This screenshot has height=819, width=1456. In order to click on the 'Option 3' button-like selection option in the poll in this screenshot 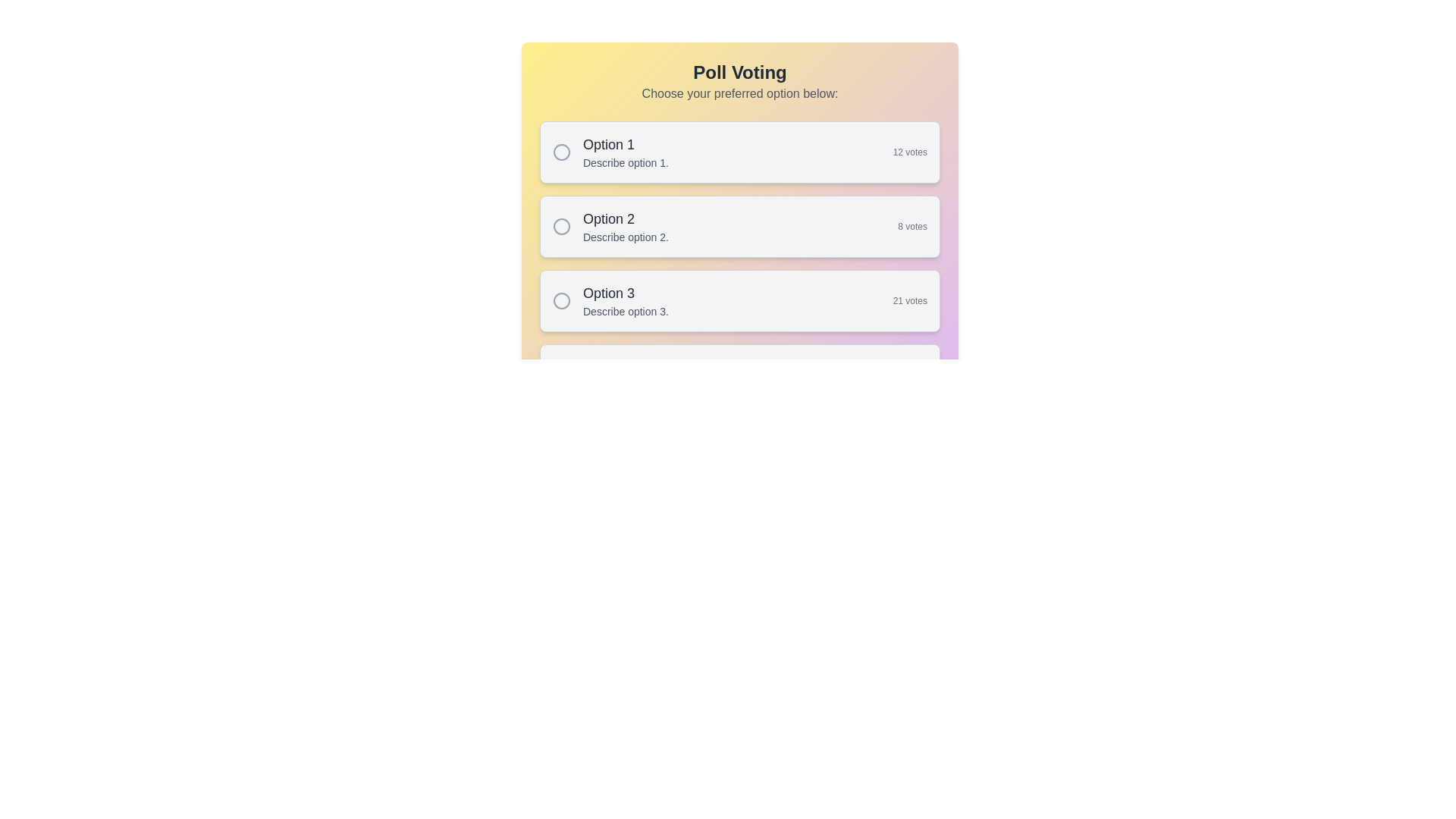, I will do `click(739, 301)`.